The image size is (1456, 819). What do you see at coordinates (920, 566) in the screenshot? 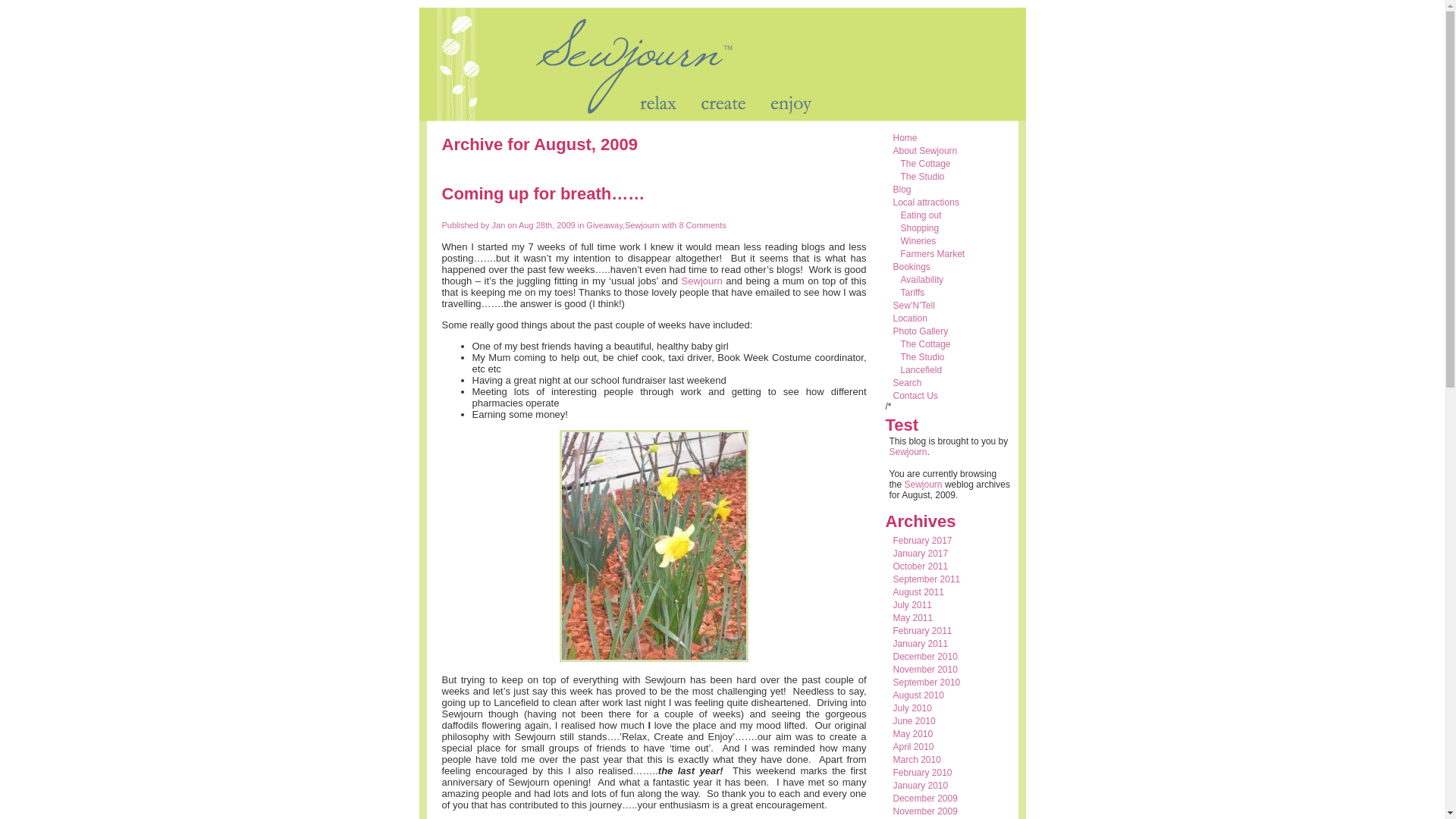
I see `'October 2011'` at bounding box center [920, 566].